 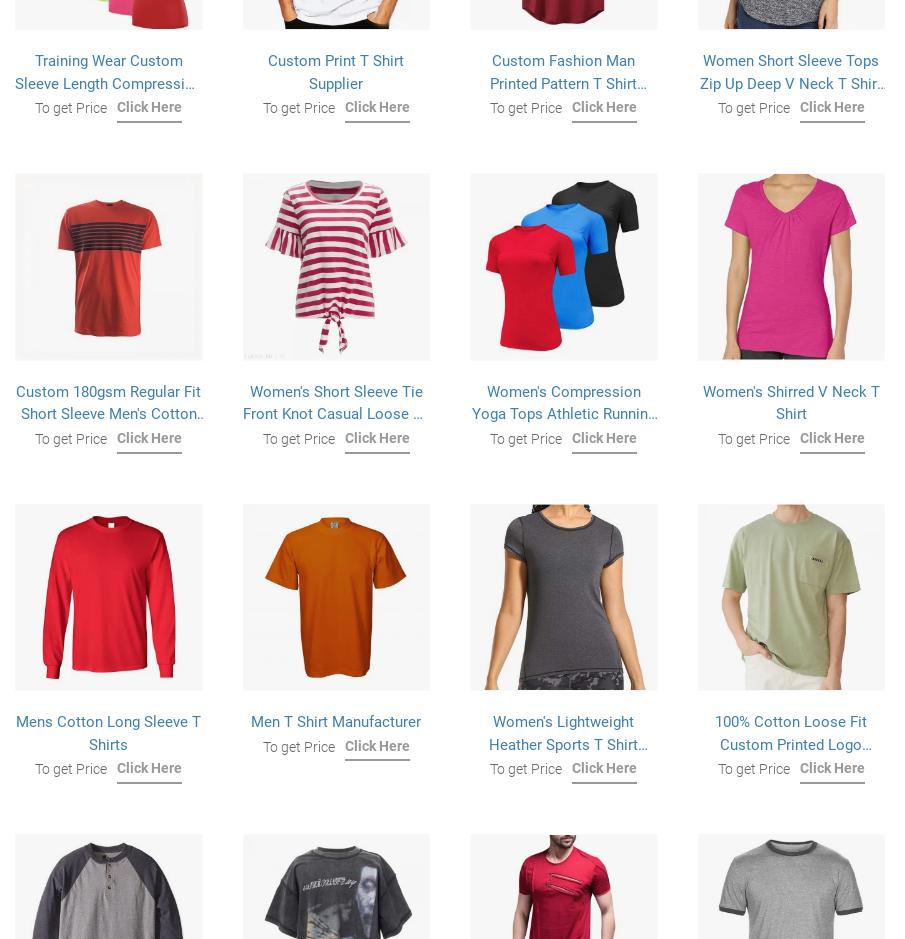 What do you see at coordinates (107, 94) in the screenshot?
I see `'Training Wear Custom Sleeve Length Compression Rash Guard Compression Shirts For Women's'` at bounding box center [107, 94].